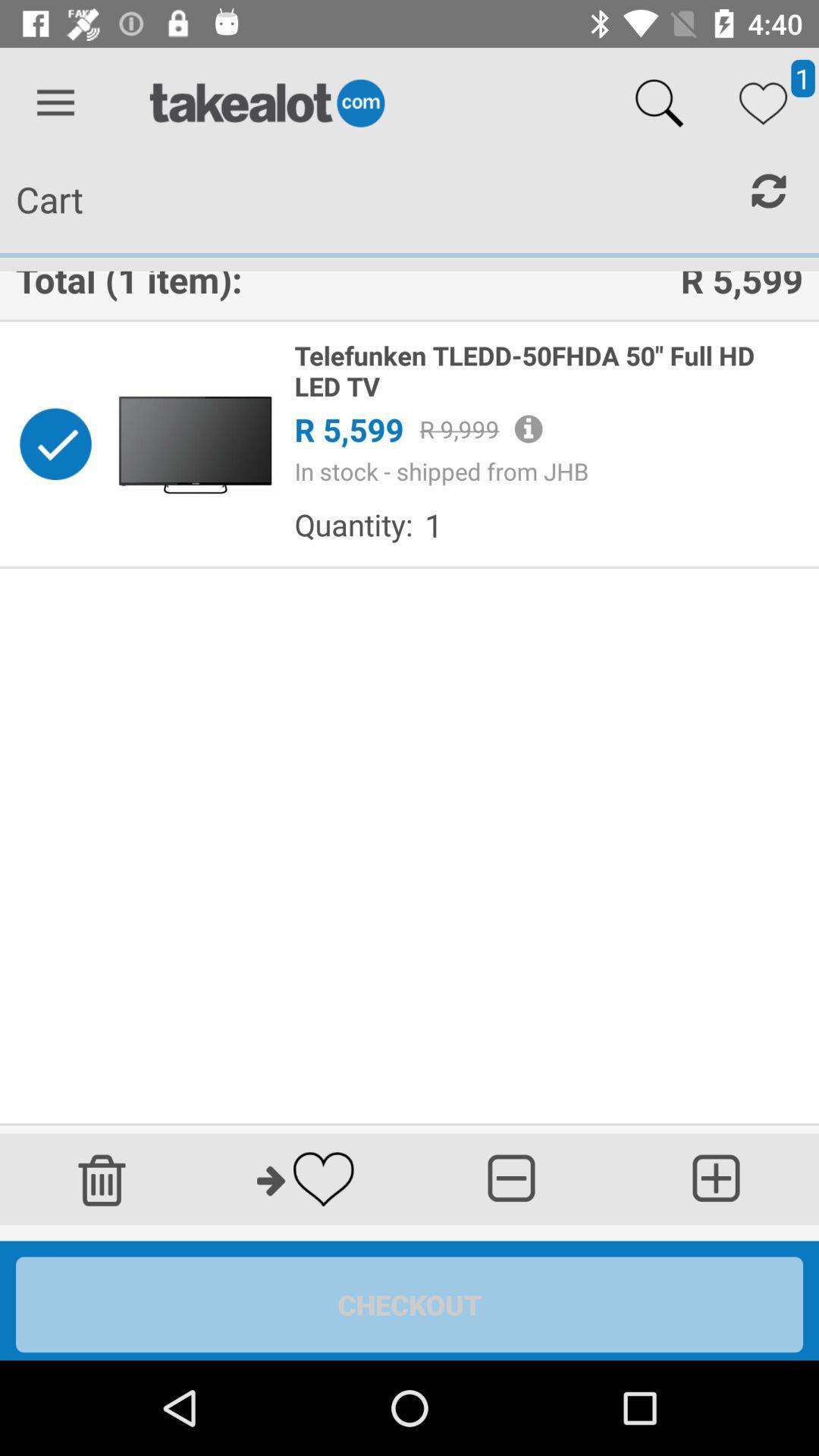 The image size is (819, 1456). Describe the element at coordinates (55, 102) in the screenshot. I see `the item above cart icon` at that location.